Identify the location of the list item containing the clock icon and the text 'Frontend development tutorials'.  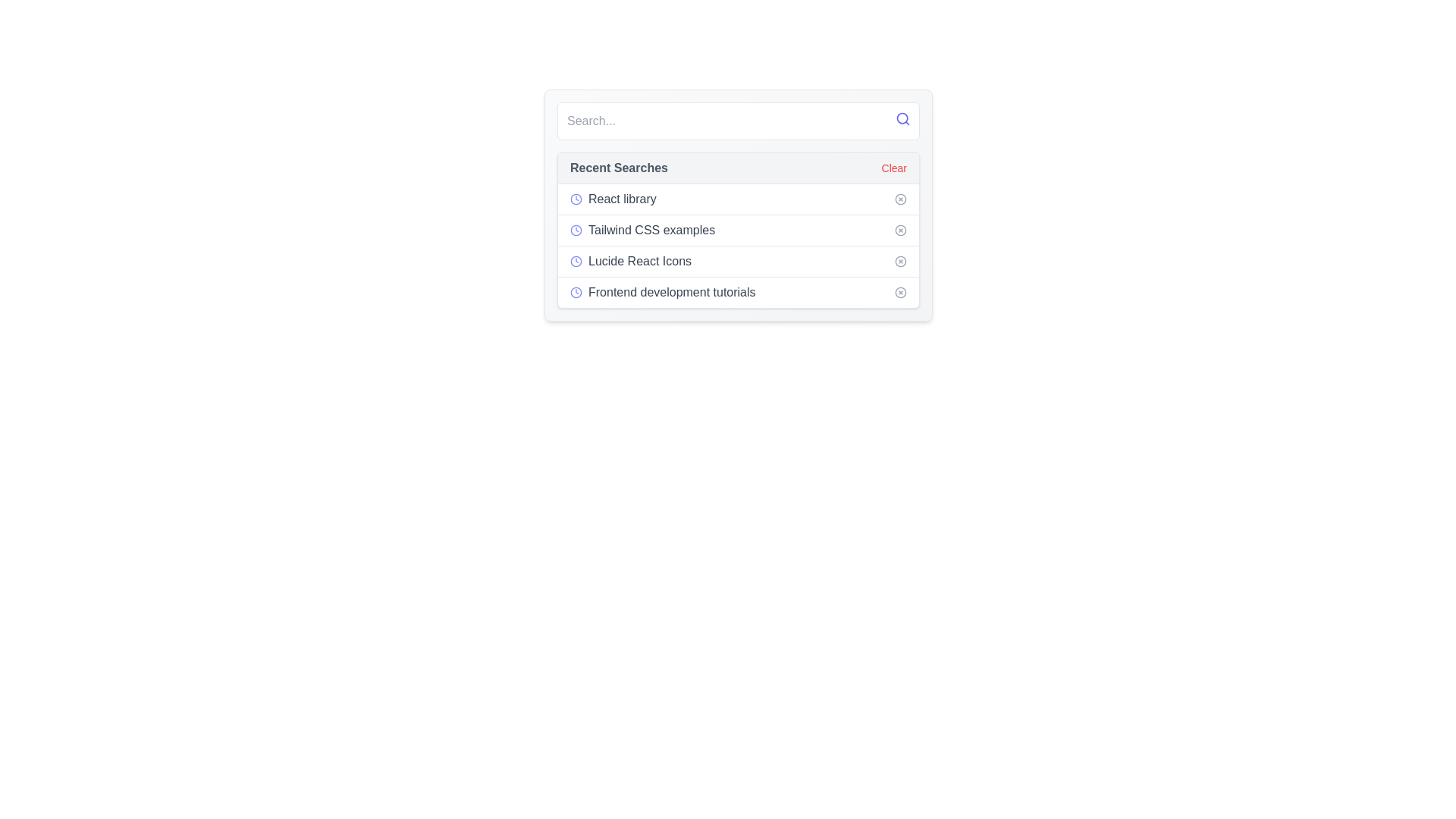
(663, 292).